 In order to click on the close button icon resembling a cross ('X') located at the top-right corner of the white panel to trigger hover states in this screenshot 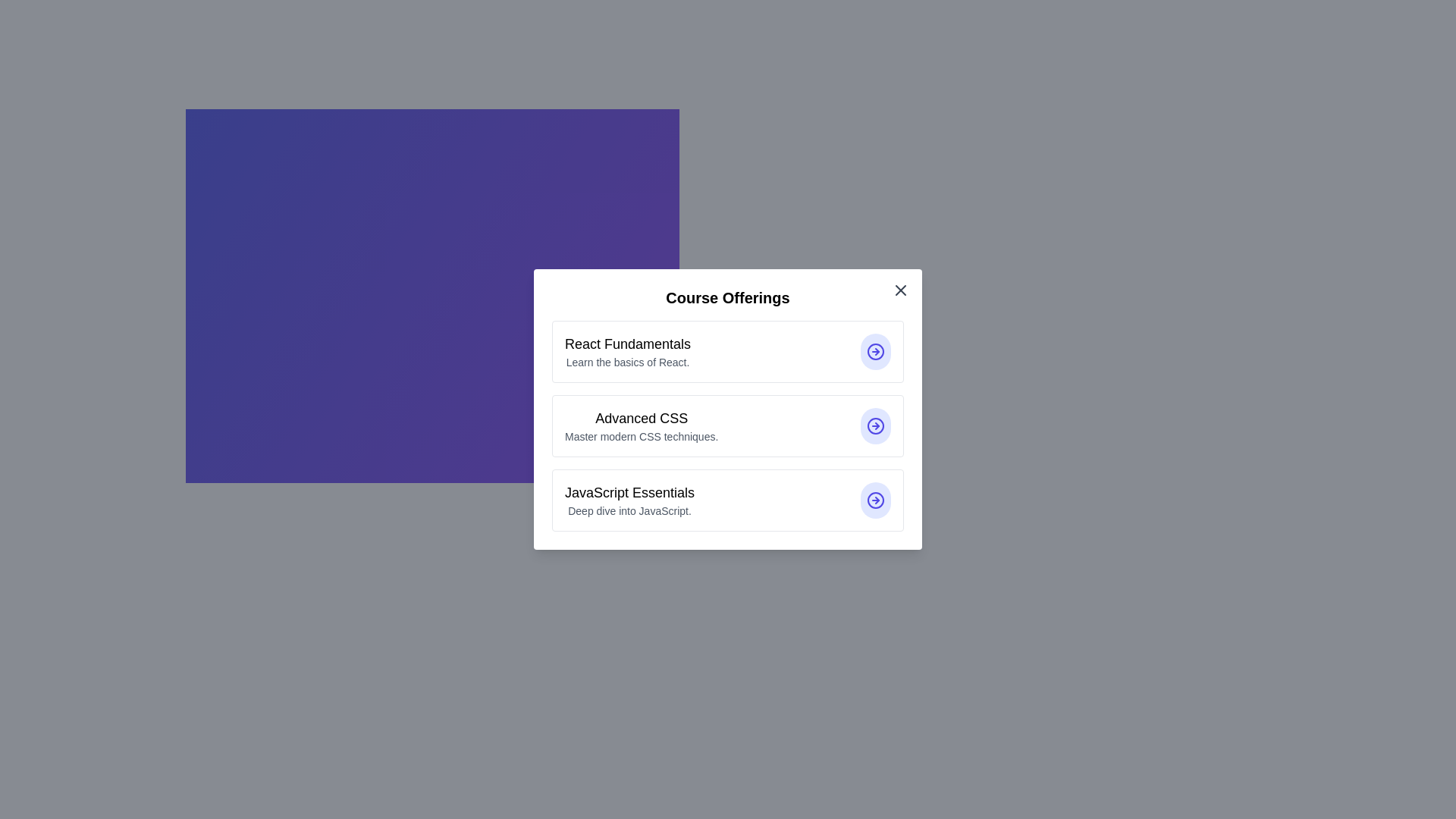, I will do `click(901, 290)`.